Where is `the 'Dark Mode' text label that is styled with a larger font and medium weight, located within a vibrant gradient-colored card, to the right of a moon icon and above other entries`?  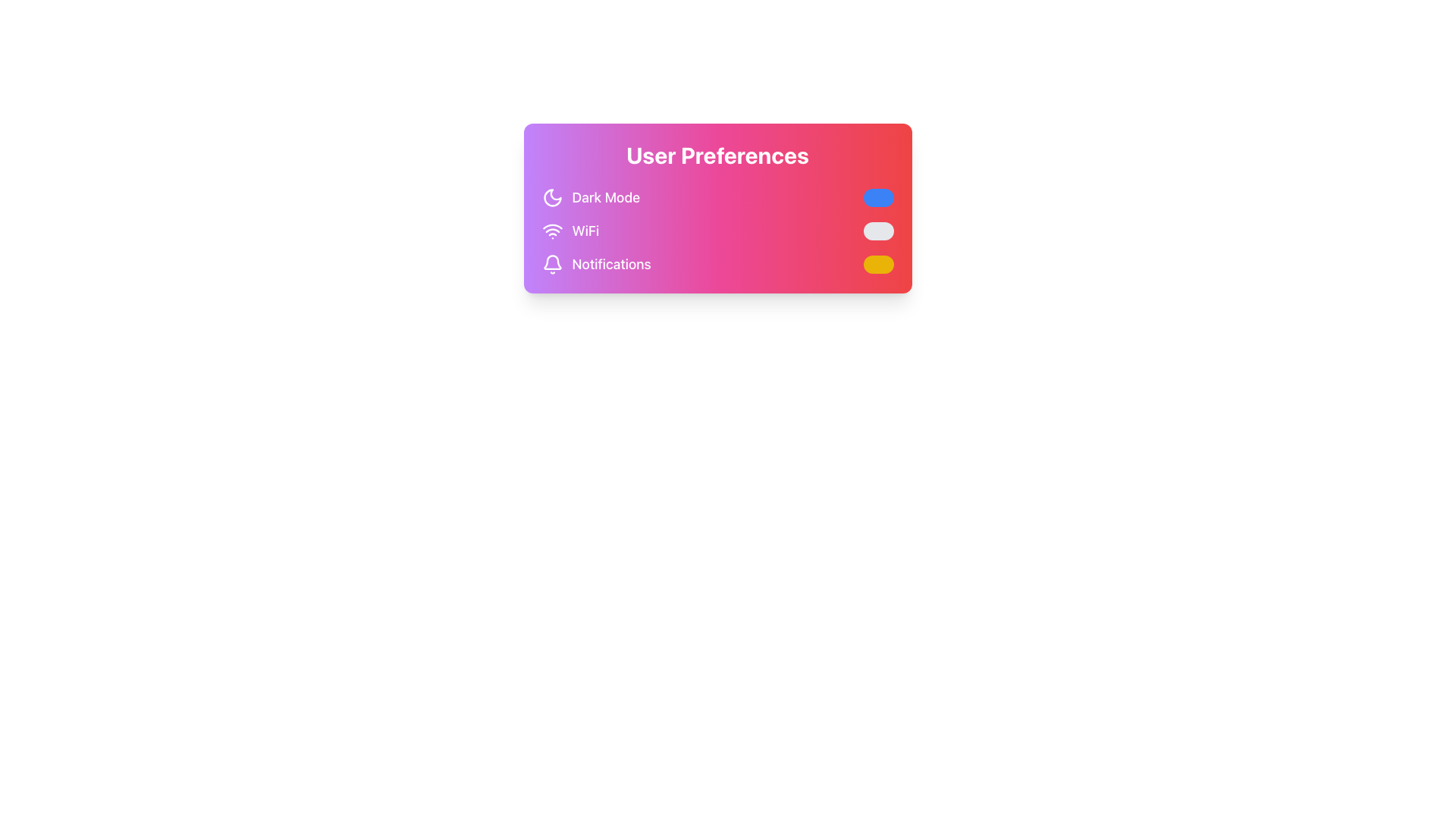 the 'Dark Mode' text label that is styled with a larger font and medium weight, located within a vibrant gradient-colored card, to the right of a moon icon and above other entries is located at coordinates (605, 197).